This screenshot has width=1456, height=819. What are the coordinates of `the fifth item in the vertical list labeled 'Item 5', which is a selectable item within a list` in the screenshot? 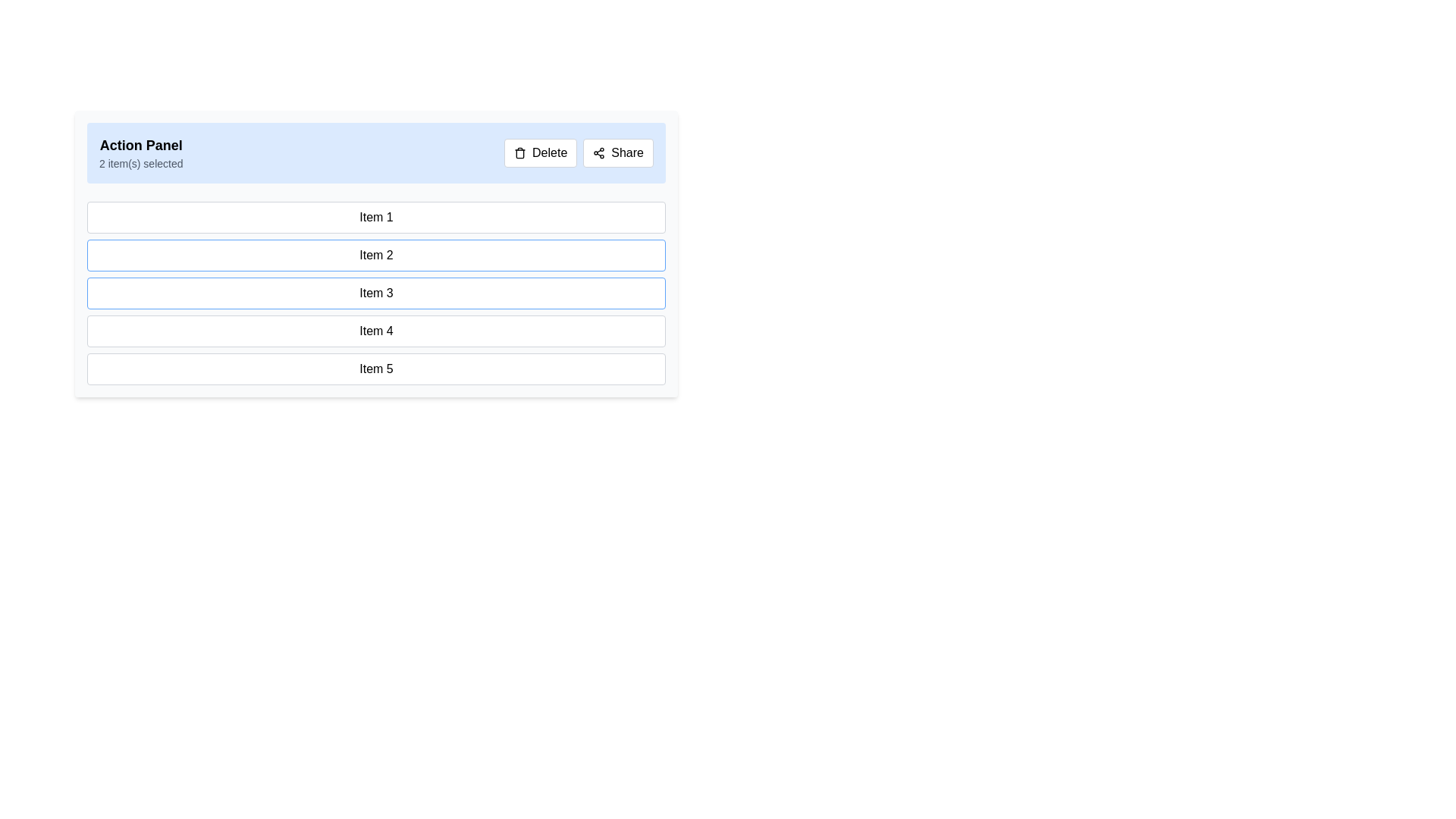 It's located at (376, 369).